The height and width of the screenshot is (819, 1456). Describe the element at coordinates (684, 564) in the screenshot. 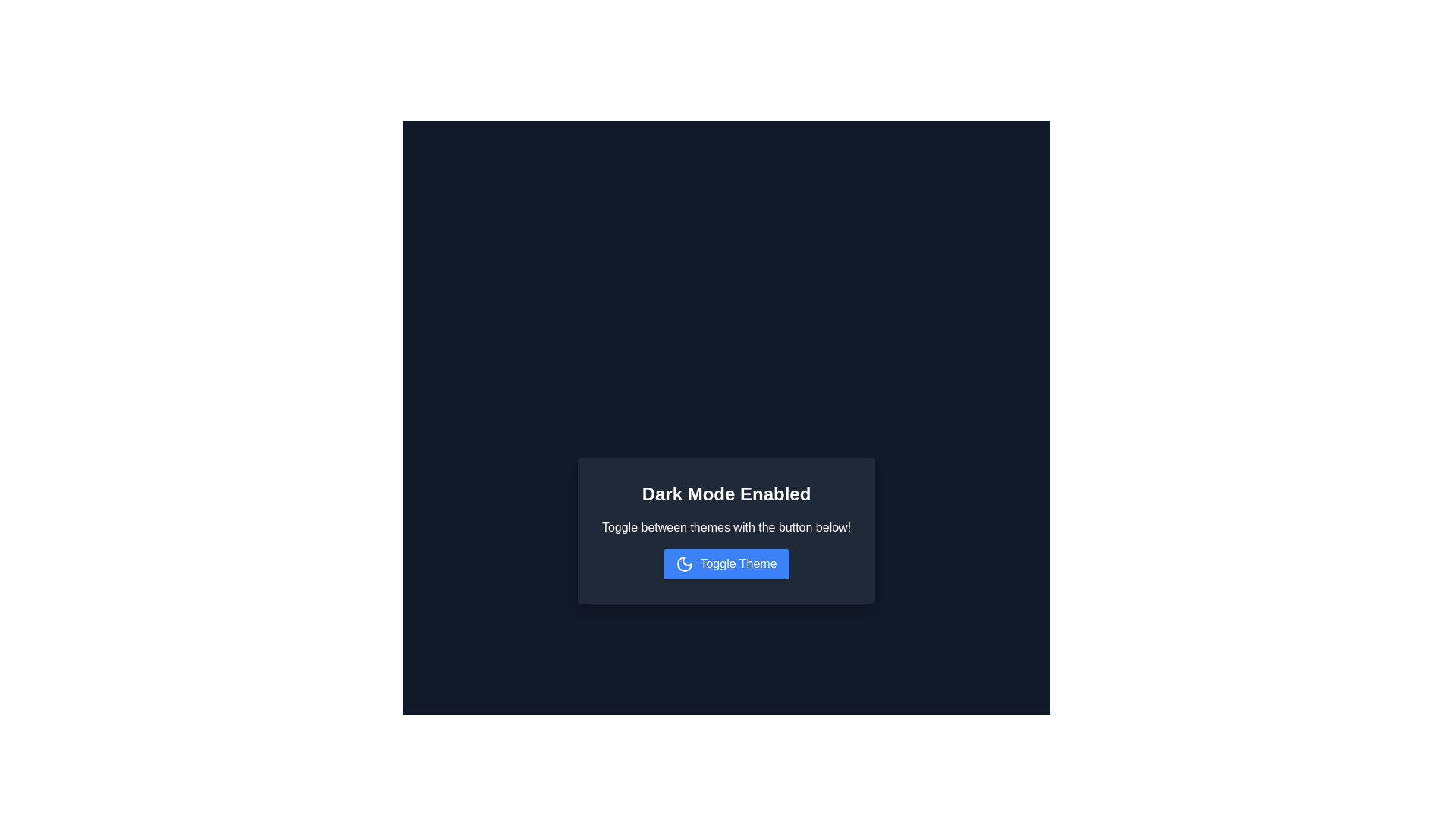

I see `the crescent moon icon on the blue 'Toggle Theme' button located at the bottom-center of the interface, below the text 'Toggle between themes with the button below!'` at that location.